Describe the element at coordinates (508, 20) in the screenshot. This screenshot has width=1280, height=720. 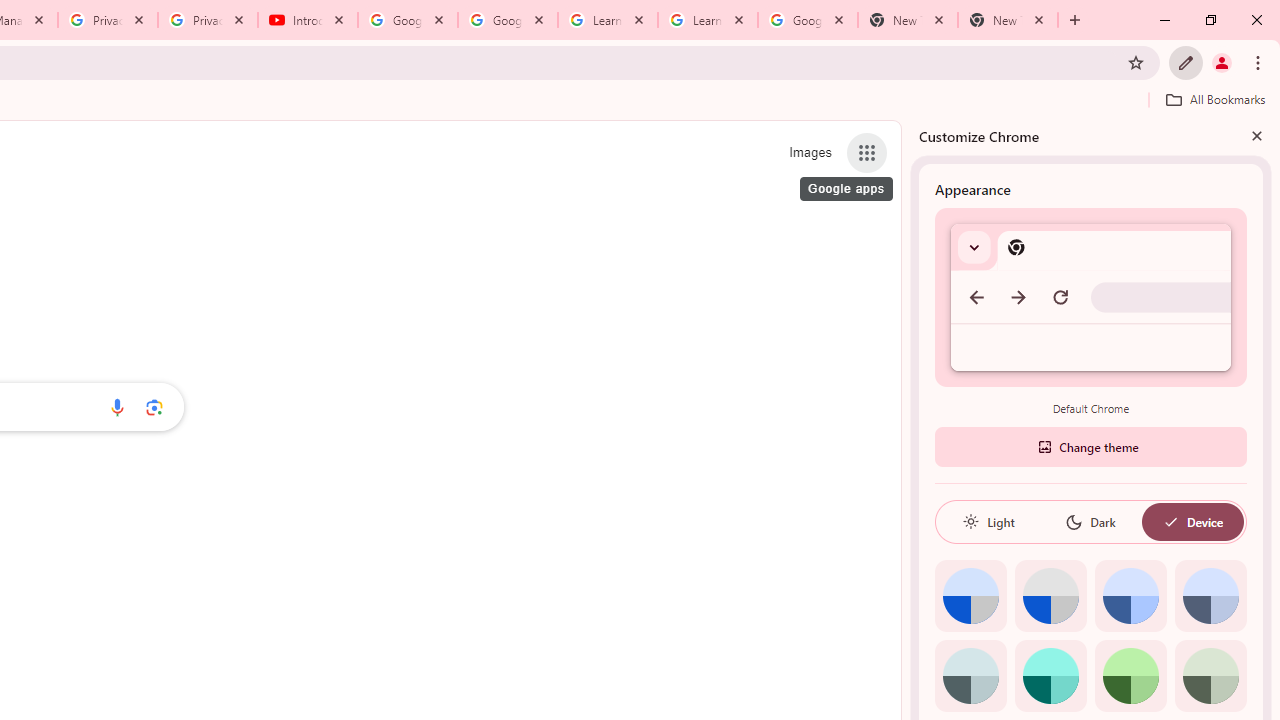
I see `'Google Account Help'` at that location.